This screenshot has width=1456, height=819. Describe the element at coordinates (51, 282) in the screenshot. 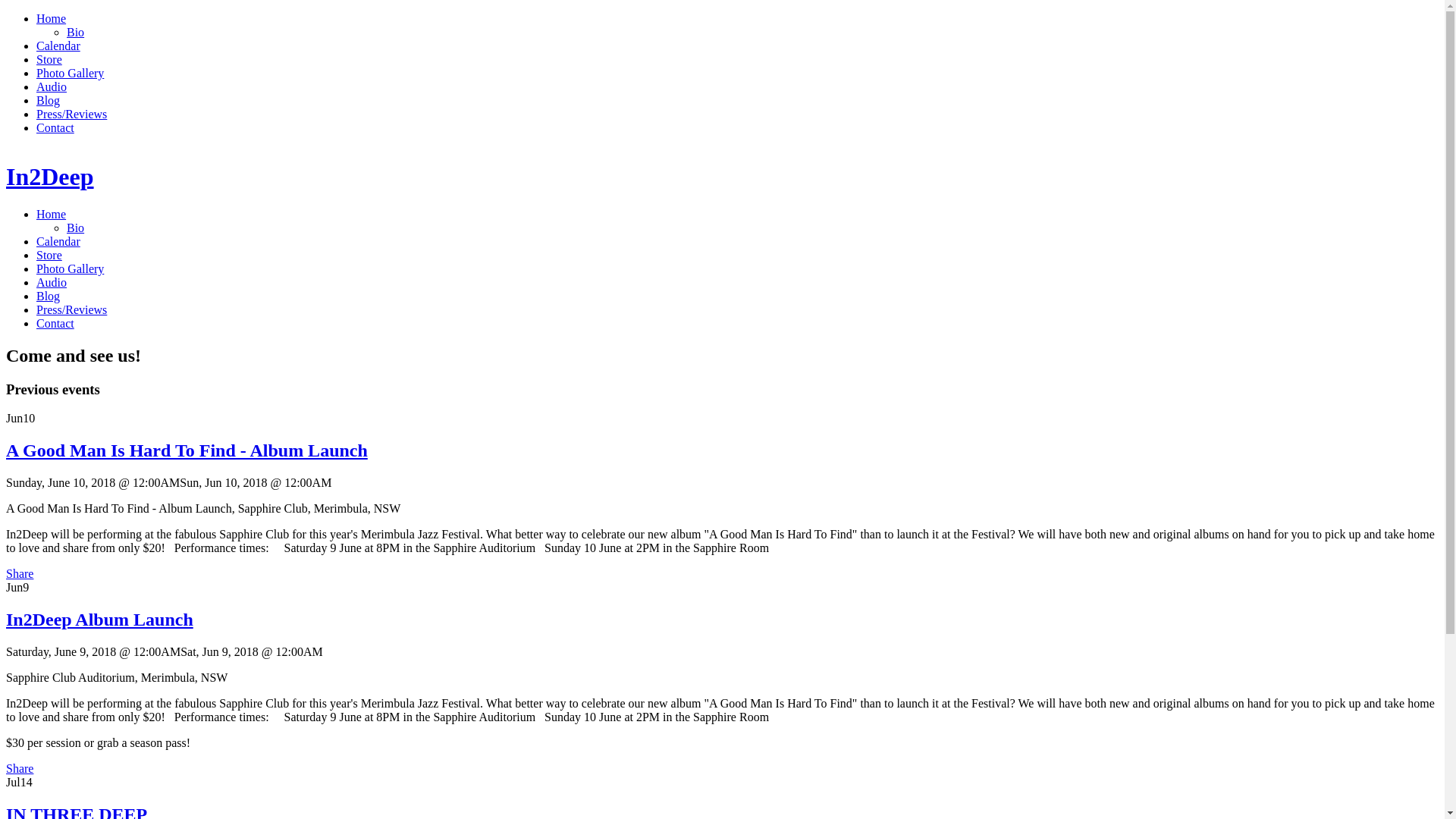

I see `'Audio'` at that location.